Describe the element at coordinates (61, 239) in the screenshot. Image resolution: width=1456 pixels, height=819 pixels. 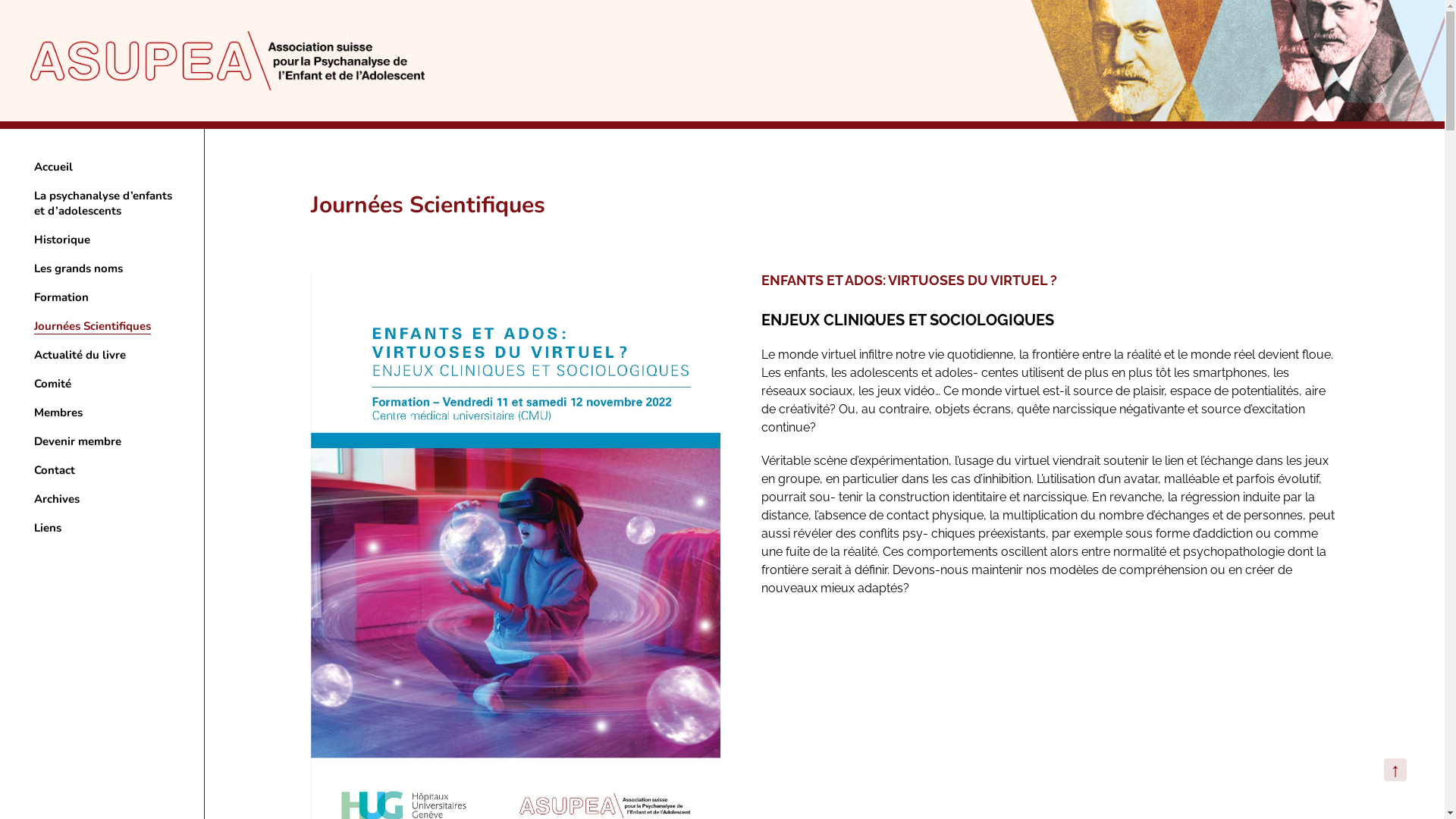
I see `'Historique'` at that location.